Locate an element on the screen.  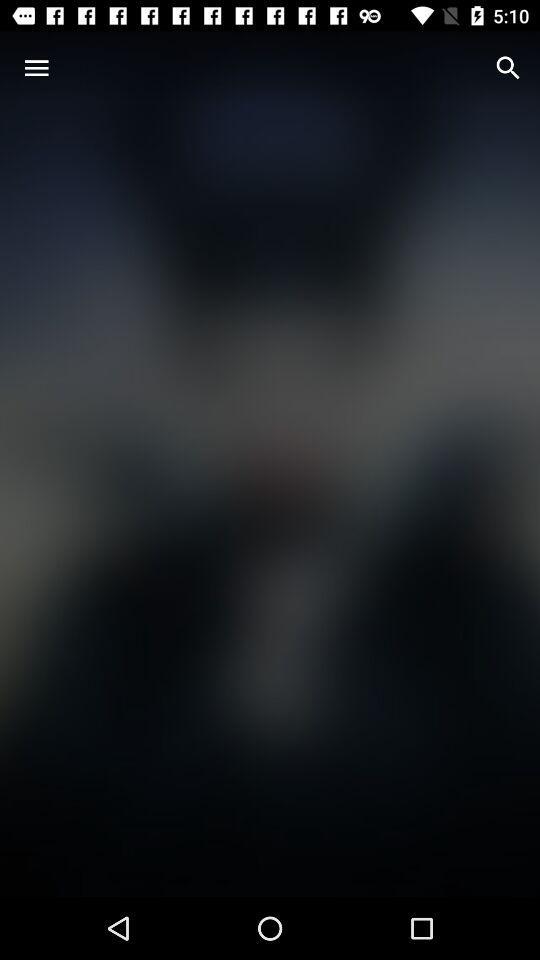
the item at the top right corner is located at coordinates (508, 68).